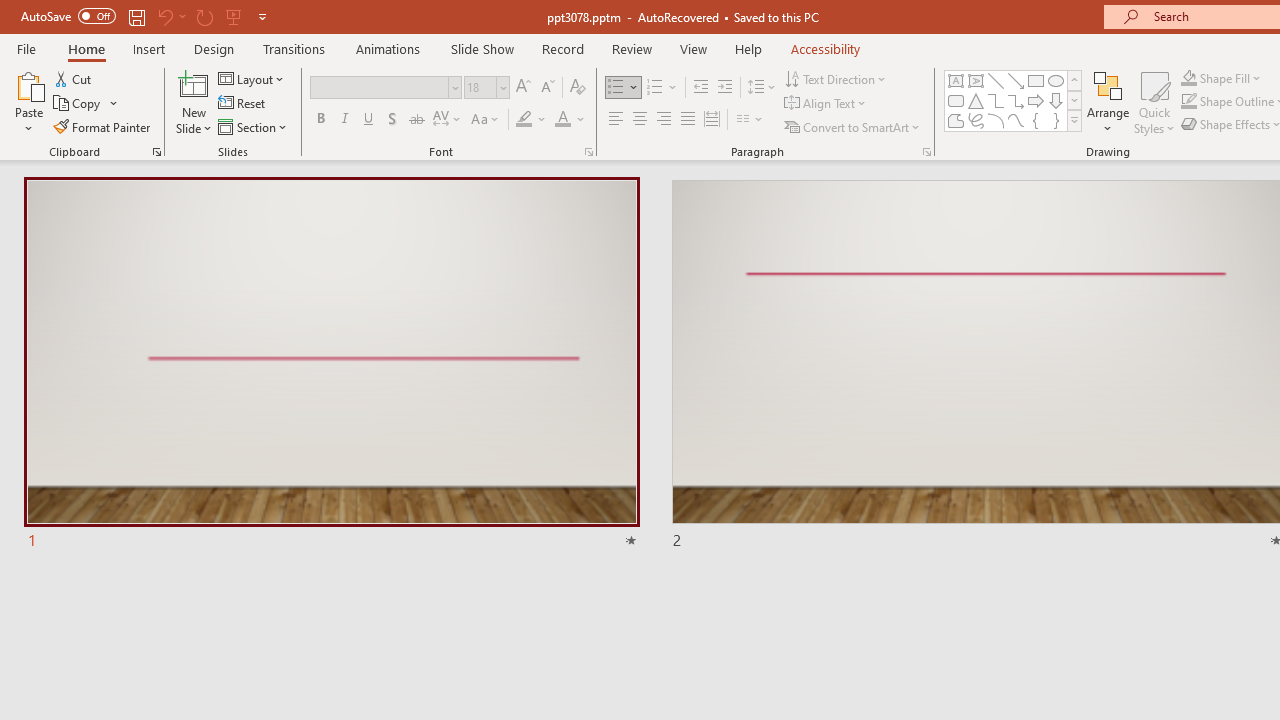 The image size is (1280, 720). Describe the element at coordinates (1036, 120) in the screenshot. I see `'Left Brace'` at that location.